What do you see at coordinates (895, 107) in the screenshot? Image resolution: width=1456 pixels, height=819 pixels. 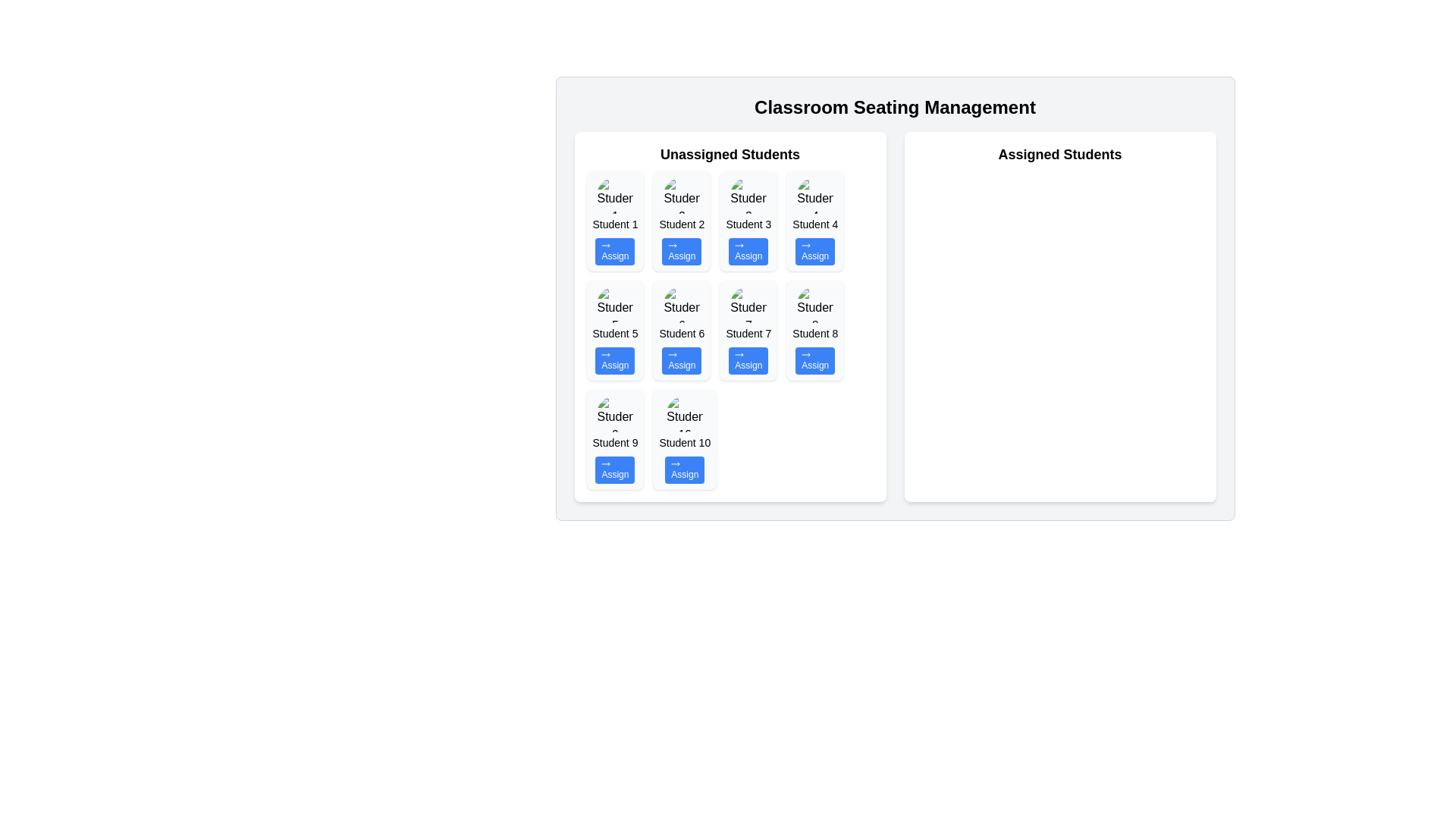 I see `the heading element that serves as the title for the classroom seating management interface, positioned at the top-center of the card` at bounding box center [895, 107].